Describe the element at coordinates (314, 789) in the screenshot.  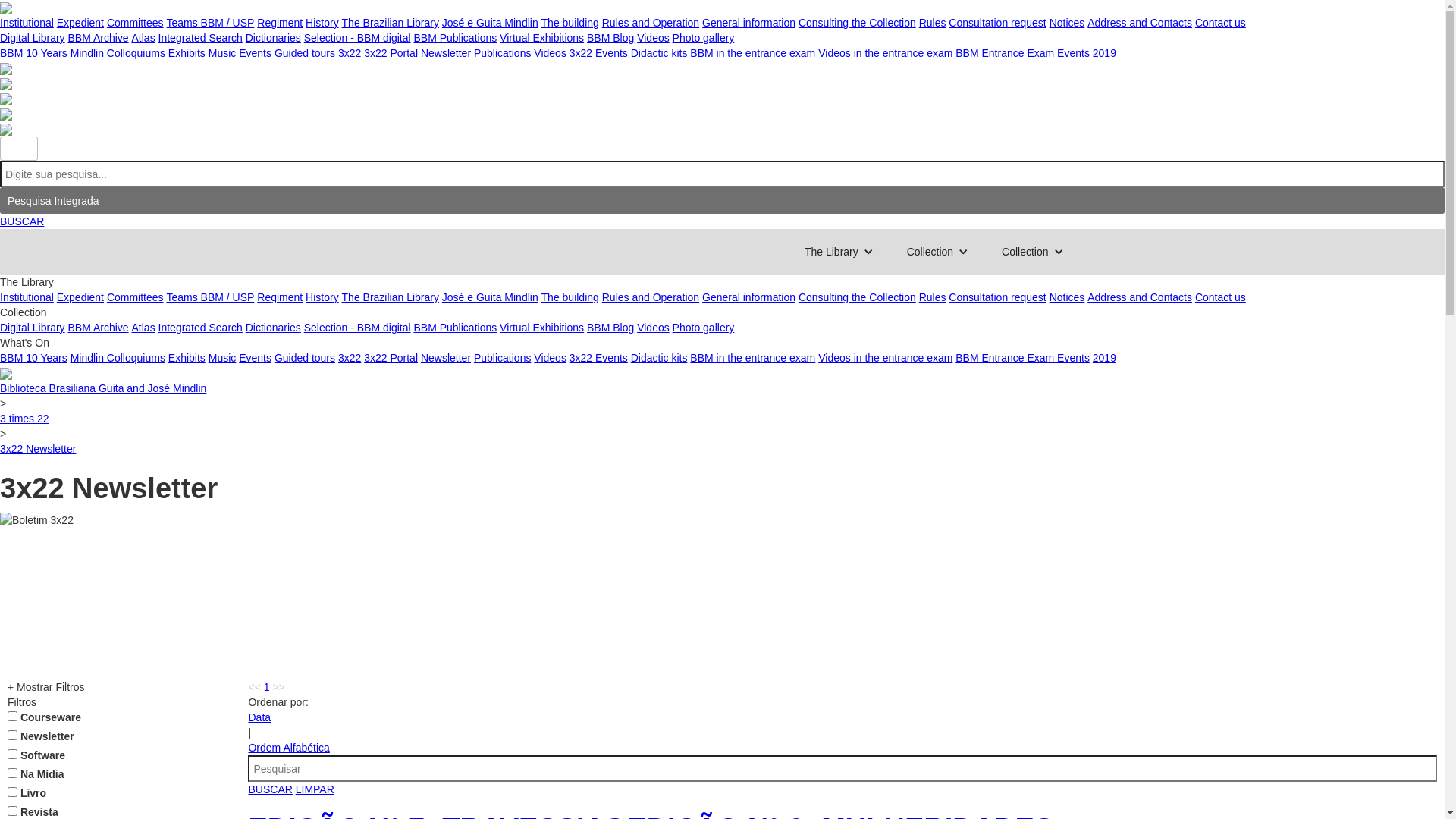
I see `'LIMPAR'` at that location.